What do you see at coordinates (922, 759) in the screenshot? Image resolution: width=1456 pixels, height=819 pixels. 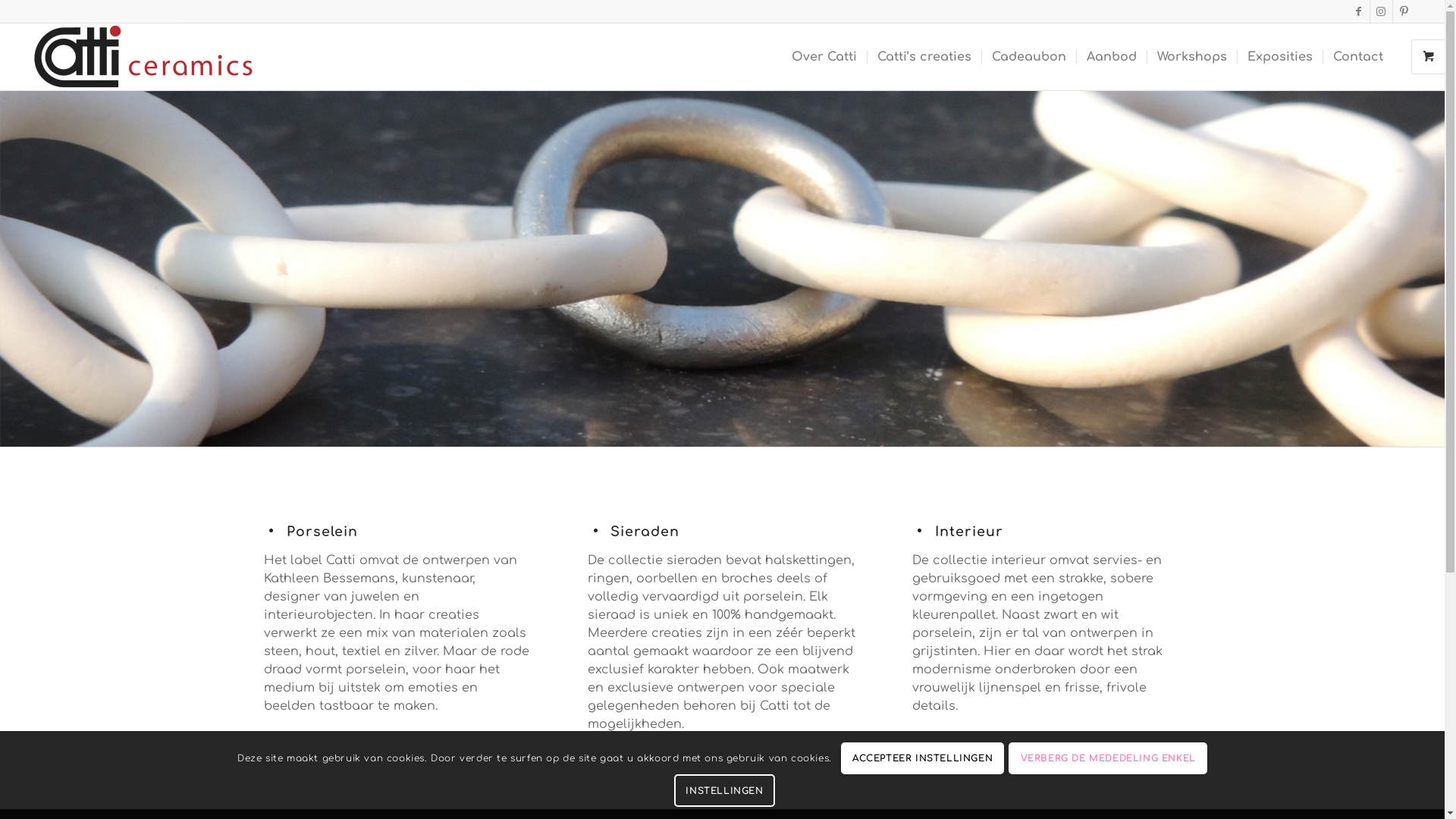 I see `'ACCEPTEER INSTELLINGEN'` at bounding box center [922, 759].